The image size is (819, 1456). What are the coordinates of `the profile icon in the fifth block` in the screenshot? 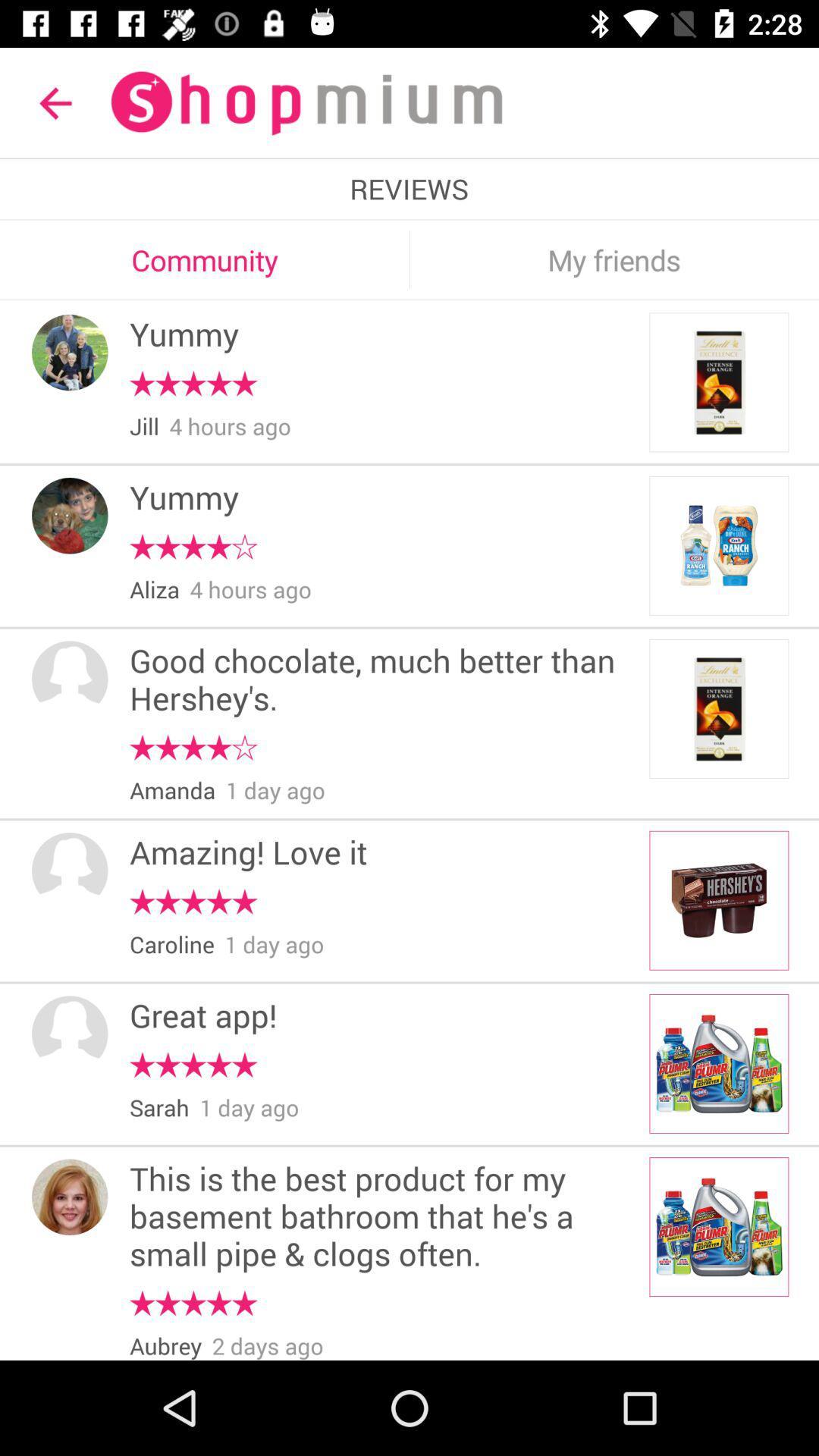 It's located at (70, 1033).